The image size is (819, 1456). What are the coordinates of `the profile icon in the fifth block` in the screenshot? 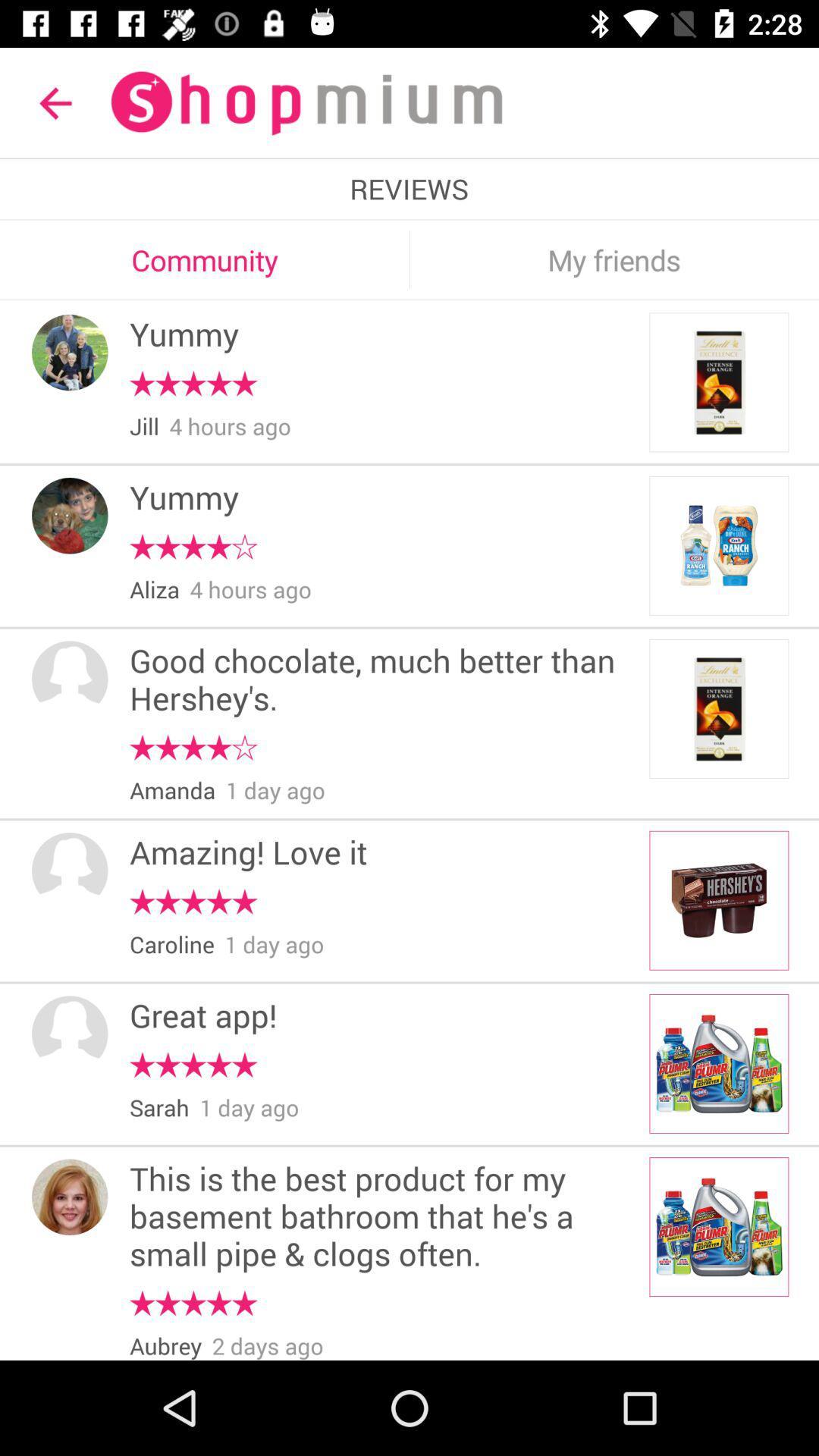 It's located at (70, 1033).